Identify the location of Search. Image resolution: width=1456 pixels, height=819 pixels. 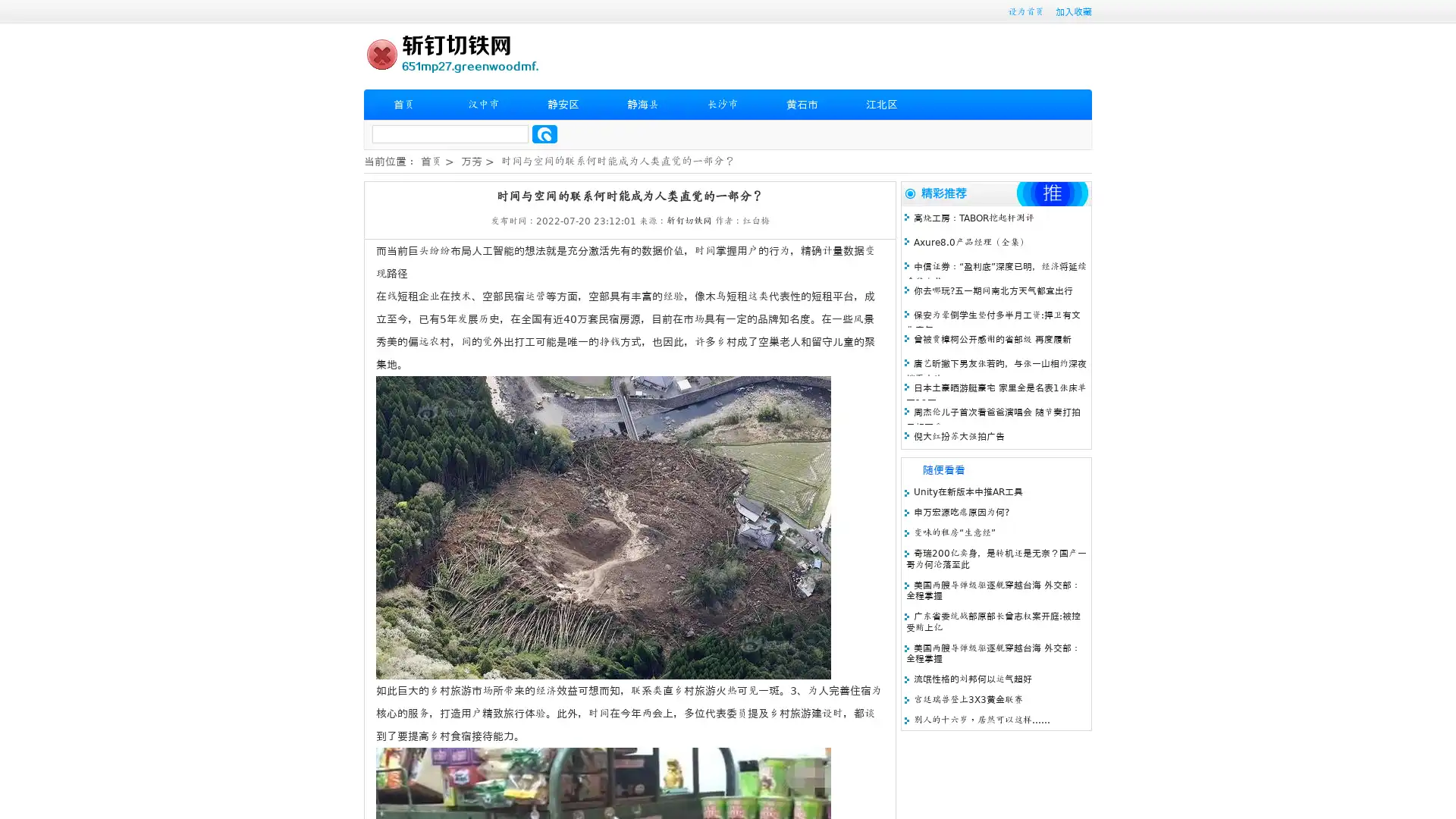
(544, 133).